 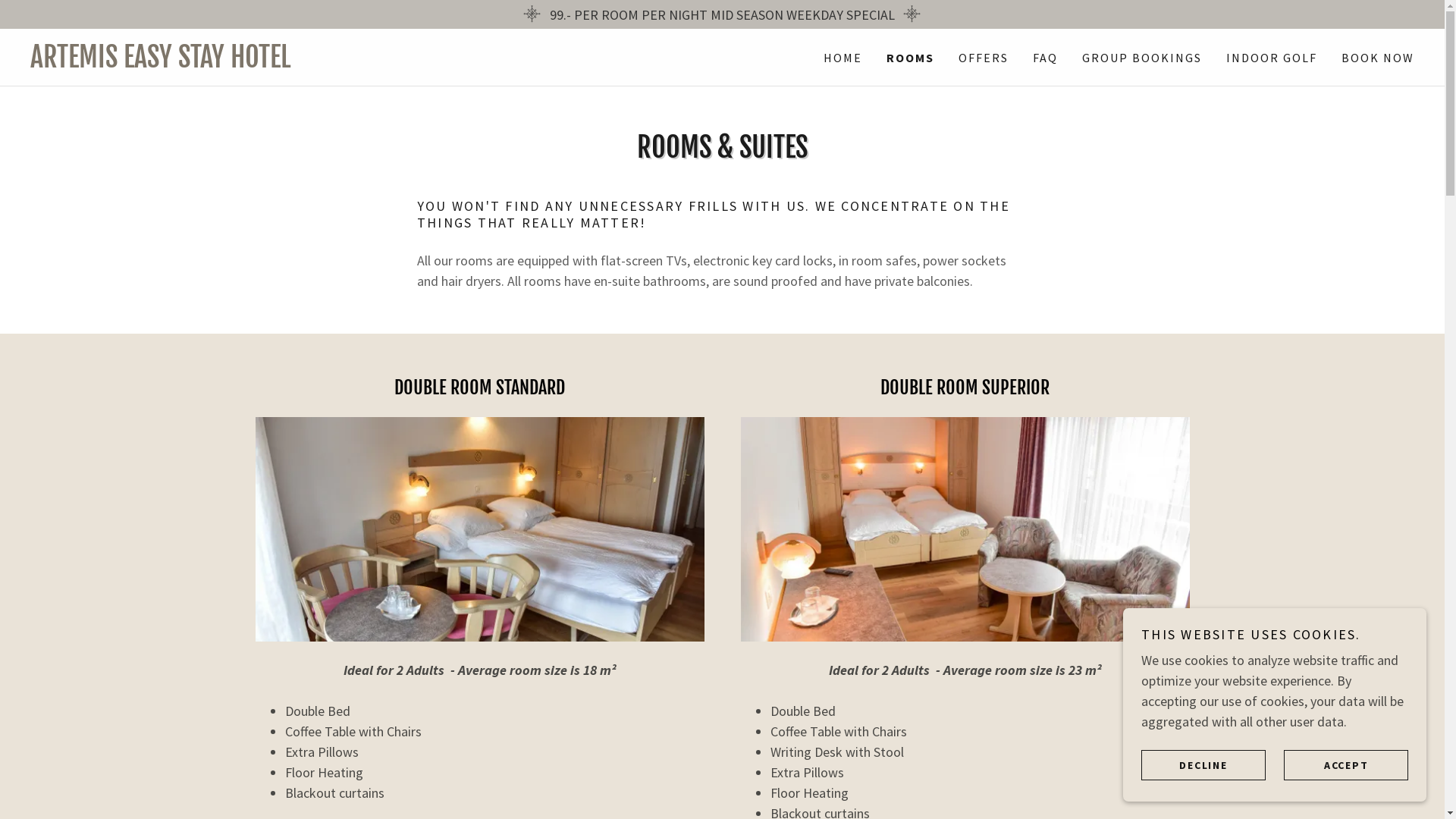 What do you see at coordinates (1346, 764) in the screenshot?
I see `'ACCEPT'` at bounding box center [1346, 764].